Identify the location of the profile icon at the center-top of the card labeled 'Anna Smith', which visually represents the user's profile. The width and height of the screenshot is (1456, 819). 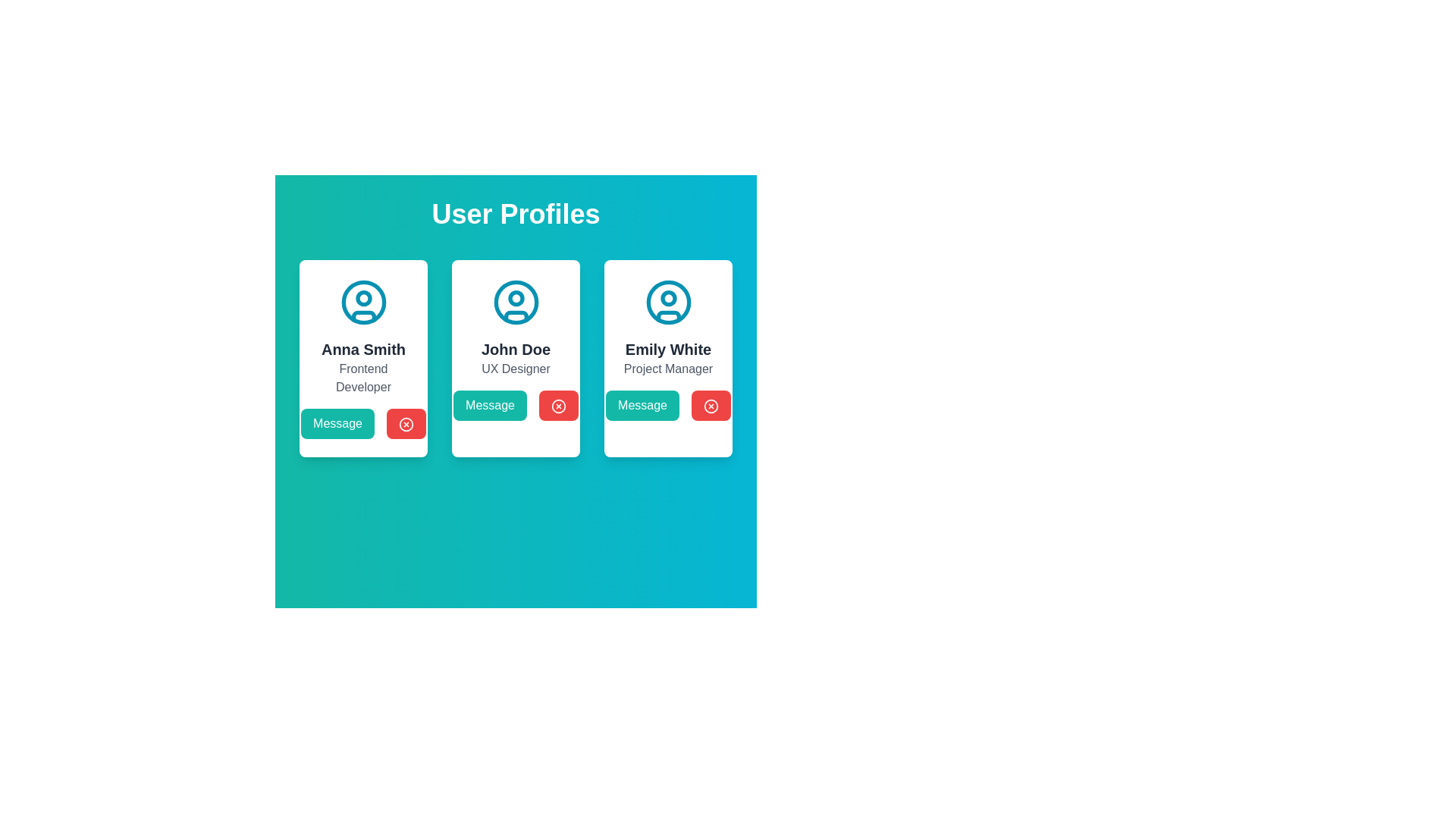
(362, 302).